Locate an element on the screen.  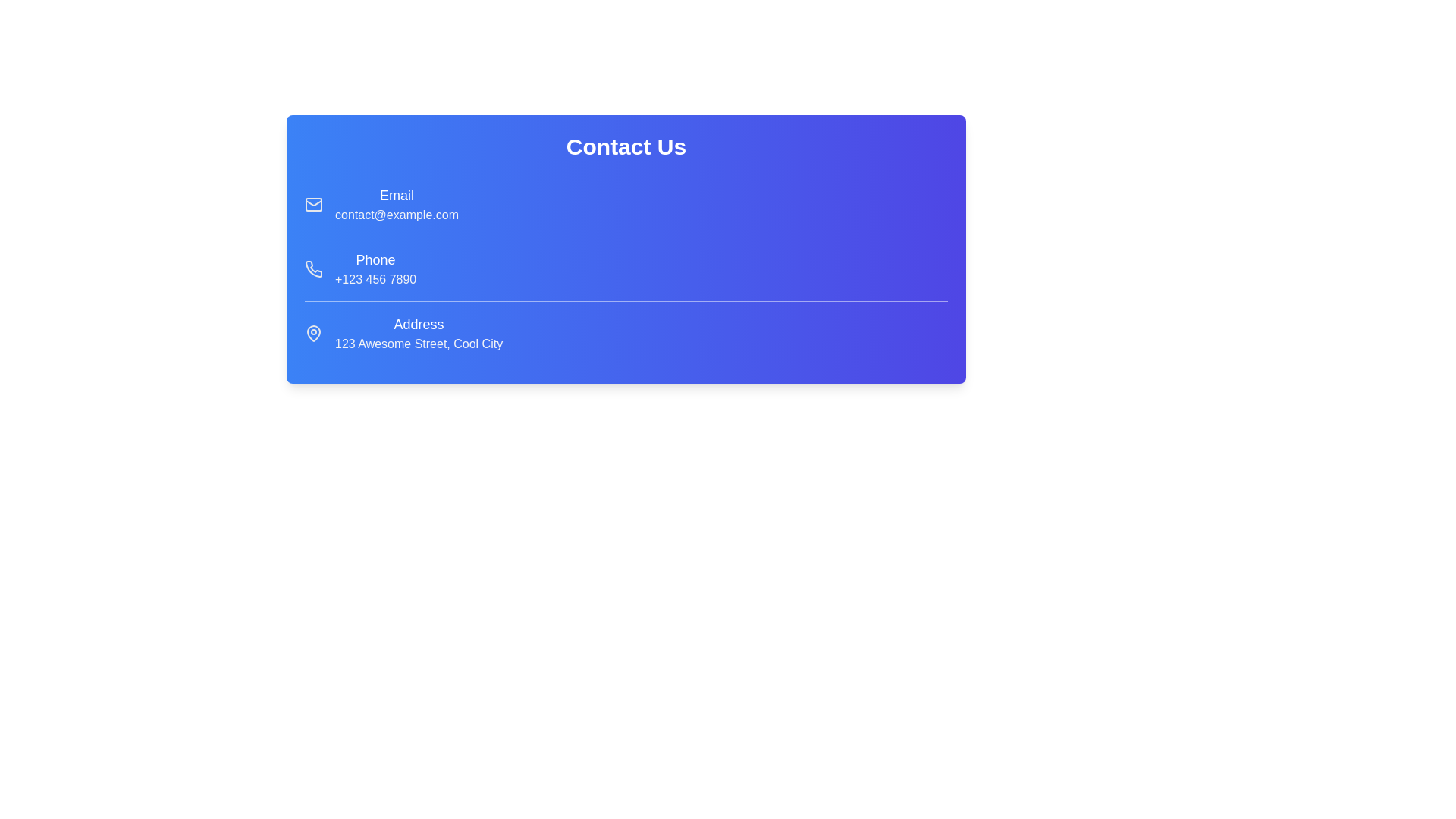
the map pin icon, which is a vector graphic with a modern thin outline and rounded edges, displayed in light gray on a blue background, located adjacent to the 'Address' label is located at coordinates (312, 332).